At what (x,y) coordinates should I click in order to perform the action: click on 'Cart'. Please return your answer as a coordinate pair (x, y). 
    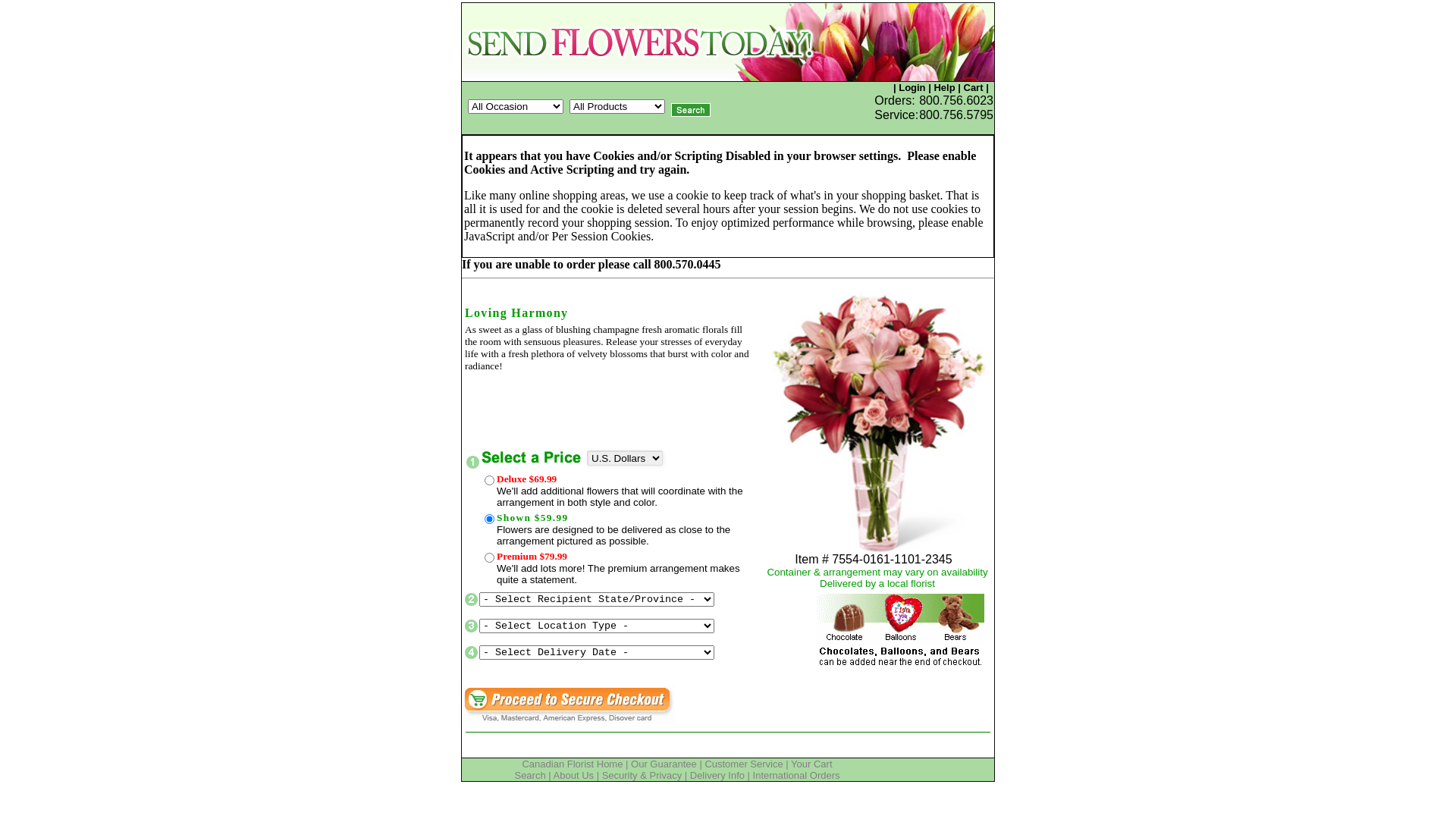
    Looking at the image, I should click on (972, 87).